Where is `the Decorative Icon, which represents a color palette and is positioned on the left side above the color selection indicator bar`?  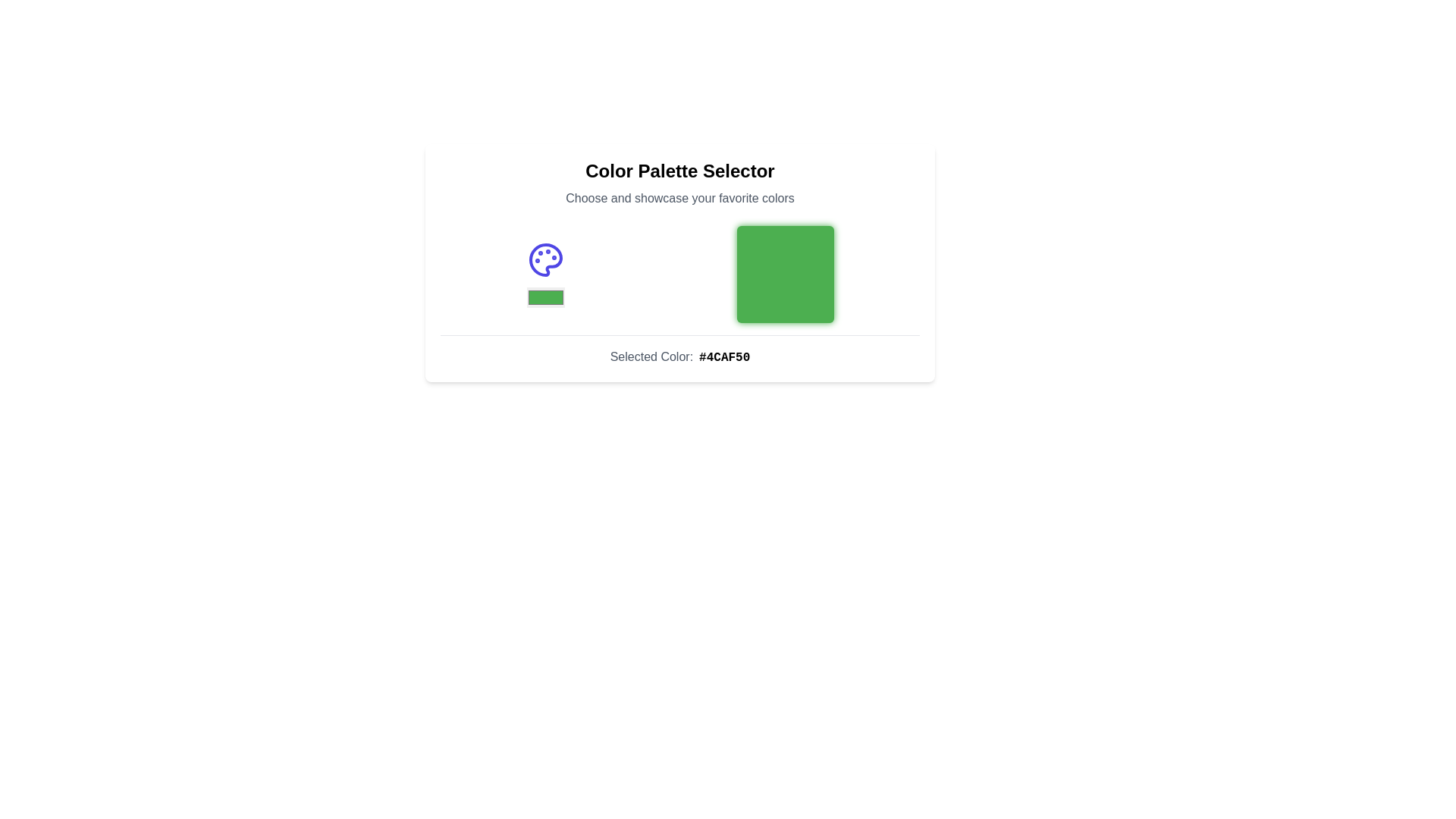 the Decorative Icon, which represents a color palette and is positioned on the left side above the color selection indicator bar is located at coordinates (545, 259).